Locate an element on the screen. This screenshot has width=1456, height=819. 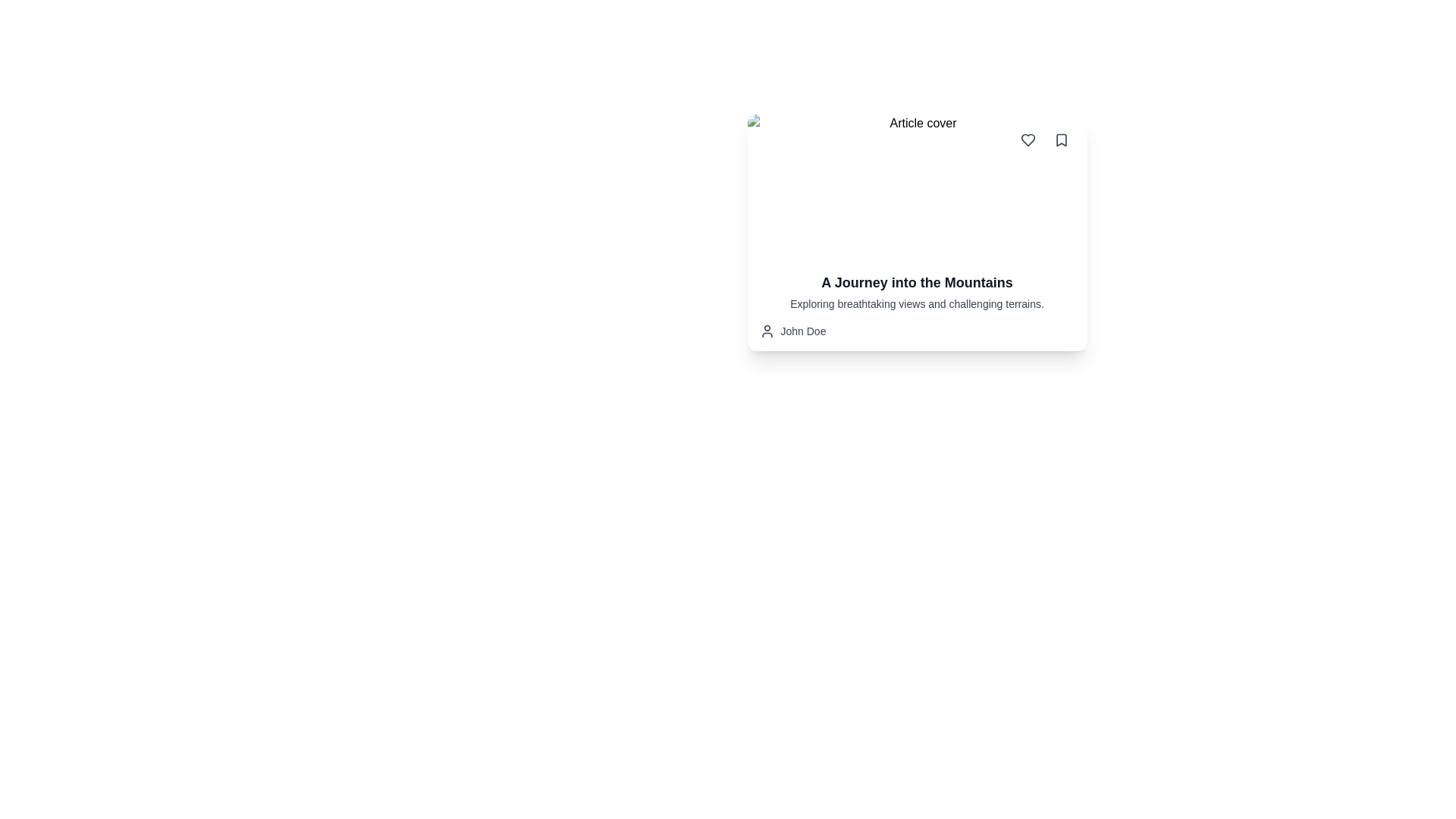
the bookmark button, which is the second circular button from the right in the top-right corner of the card, adjacent to a heart icon button is located at coordinates (1060, 140).